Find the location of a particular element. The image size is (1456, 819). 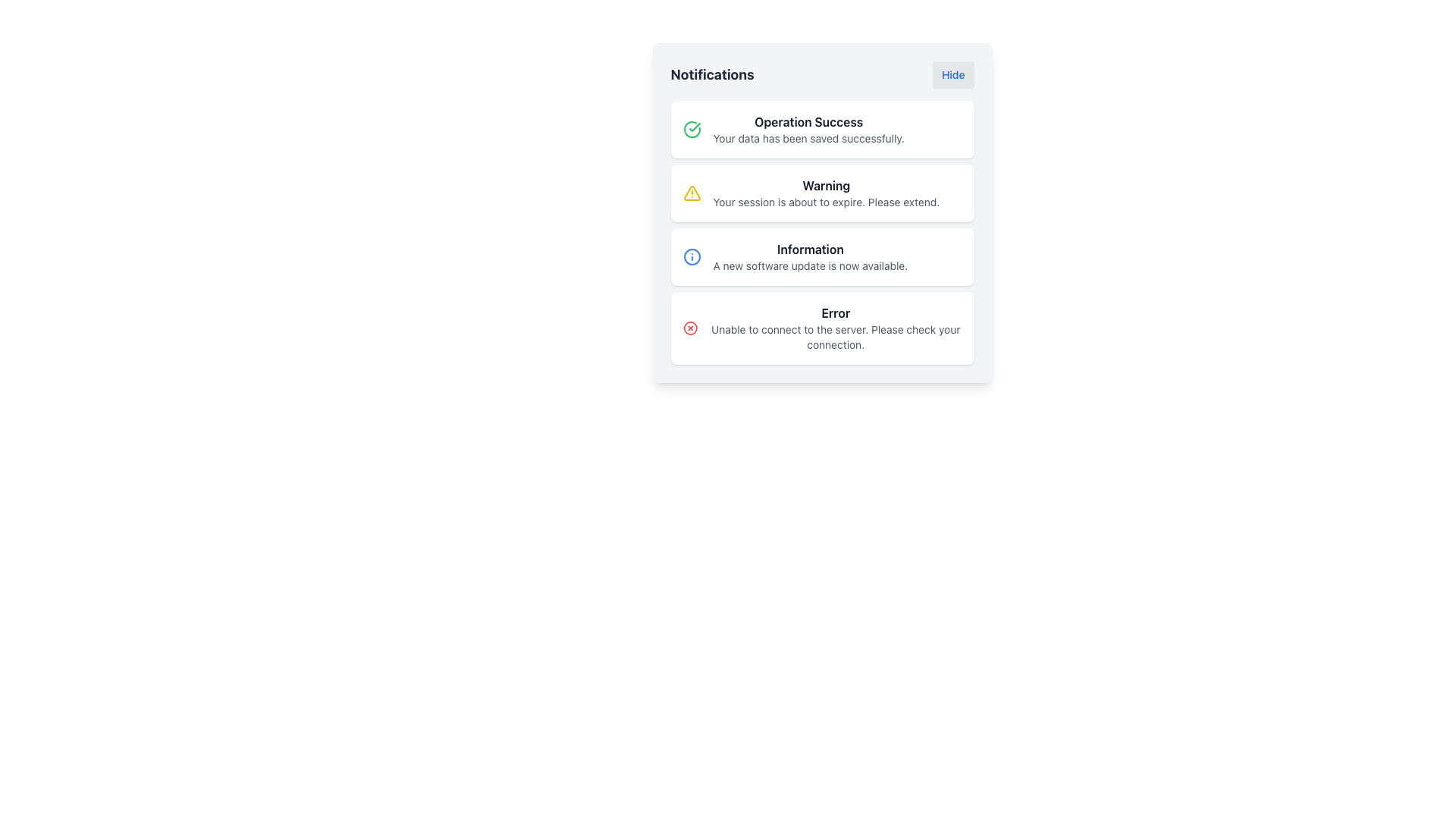

the green checkmark icon indicating success located to the left of the 'Operation Success' label in the notifications modal is located at coordinates (694, 127).